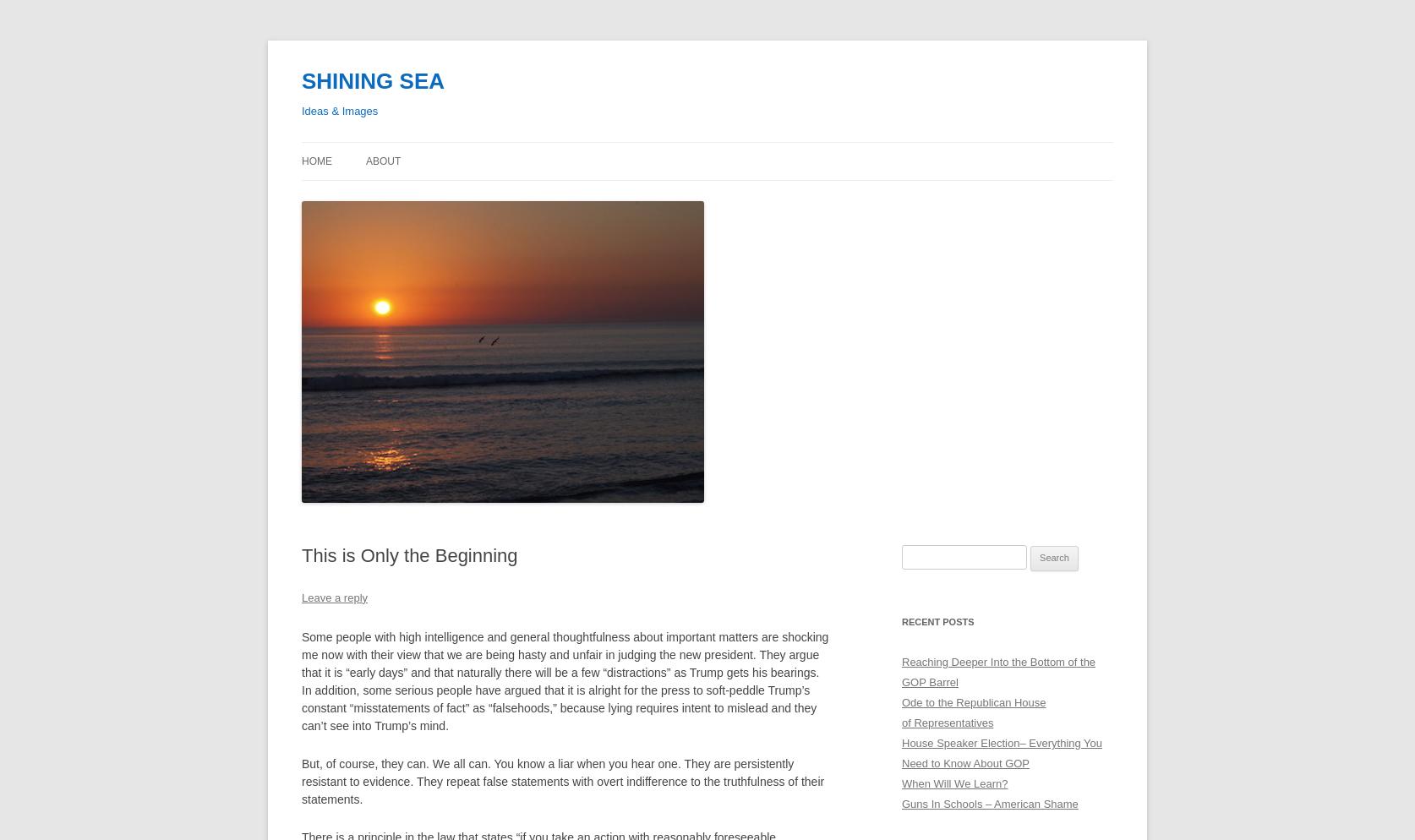 This screenshot has width=1415, height=840. What do you see at coordinates (316, 161) in the screenshot?
I see `'Home'` at bounding box center [316, 161].